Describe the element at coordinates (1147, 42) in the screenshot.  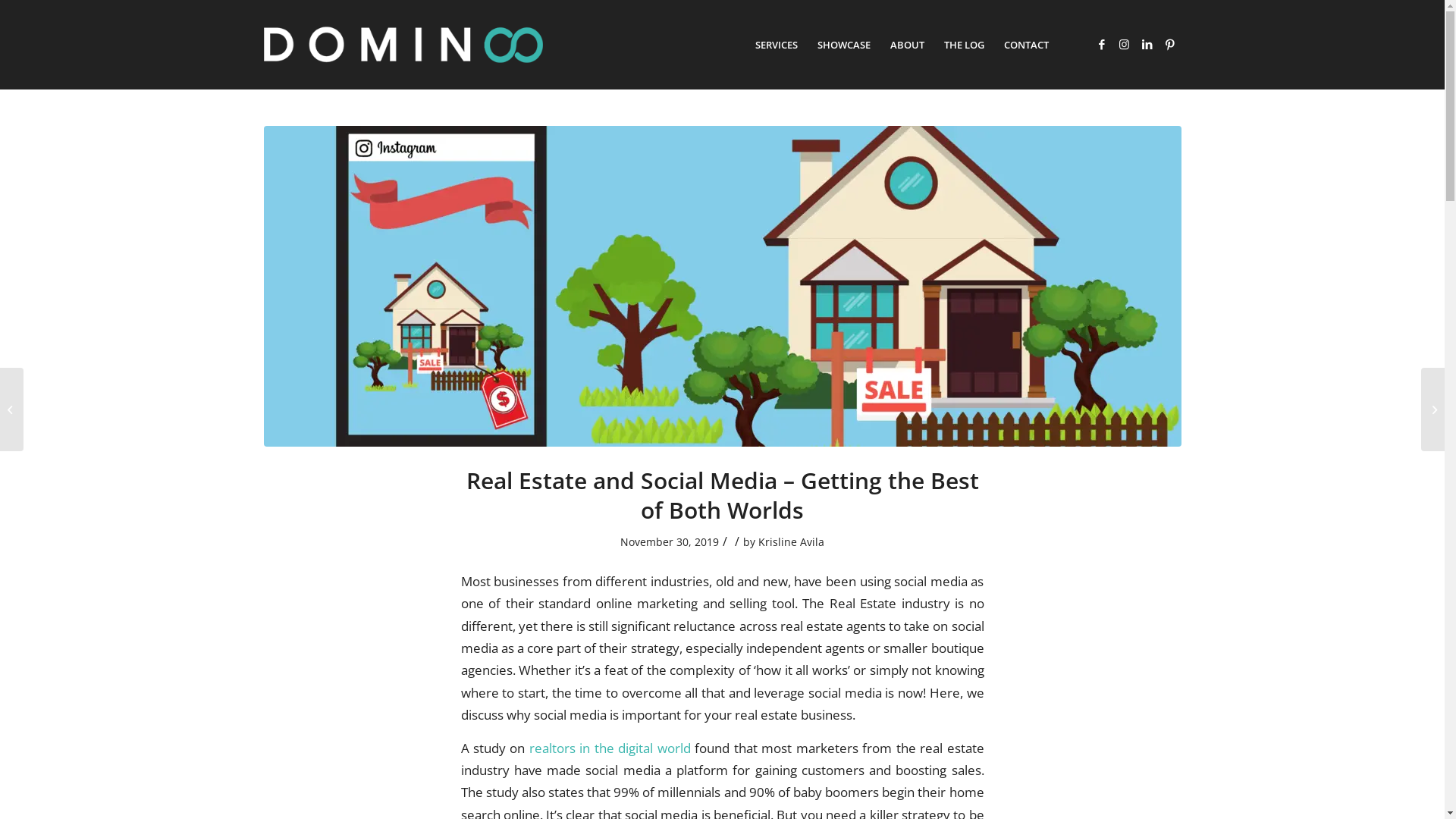
I see `'LinkedIn'` at that location.